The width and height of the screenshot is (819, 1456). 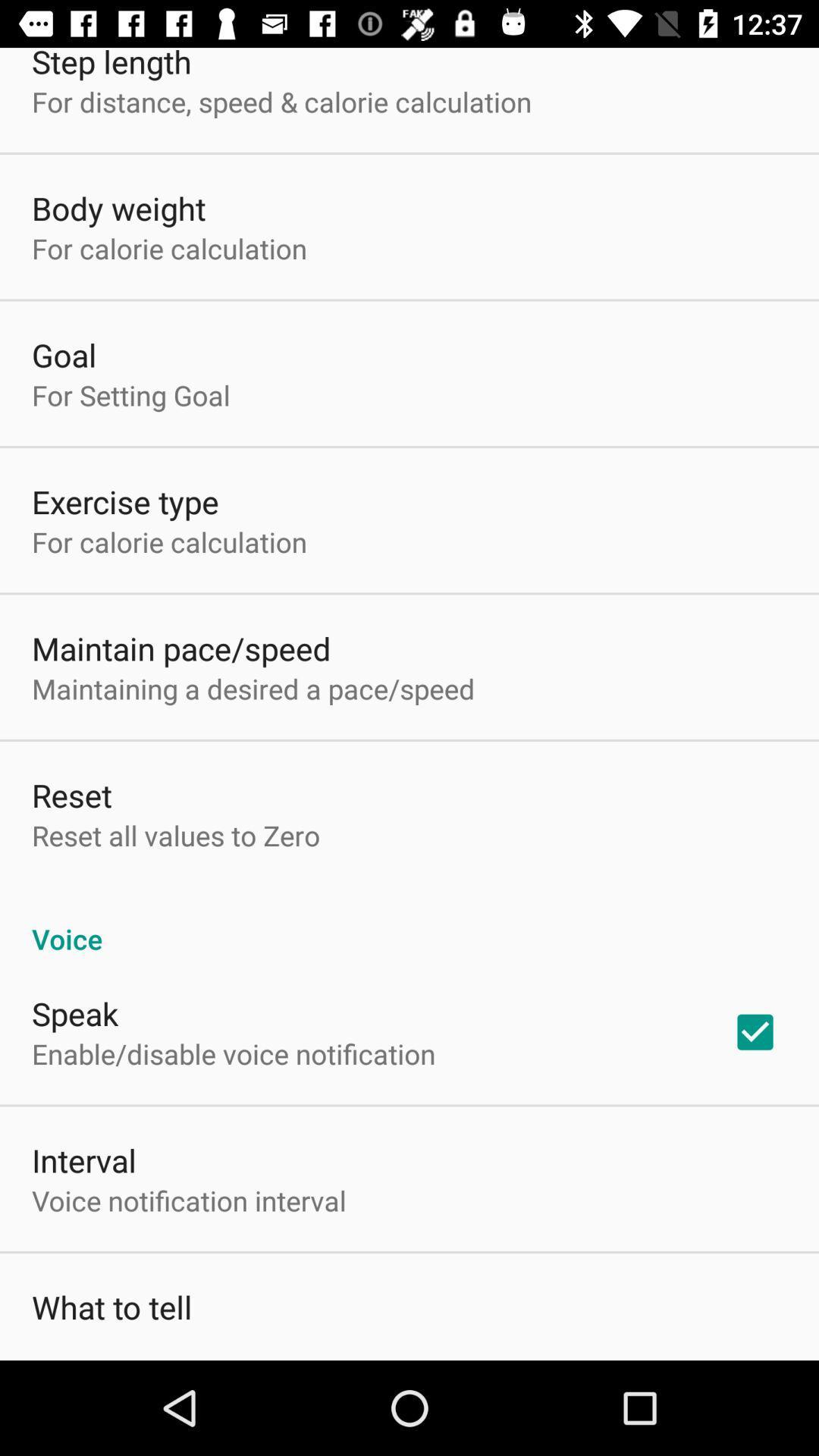 I want to click on the checkbox at the bottom right corner, so click(x=755, y=1031).